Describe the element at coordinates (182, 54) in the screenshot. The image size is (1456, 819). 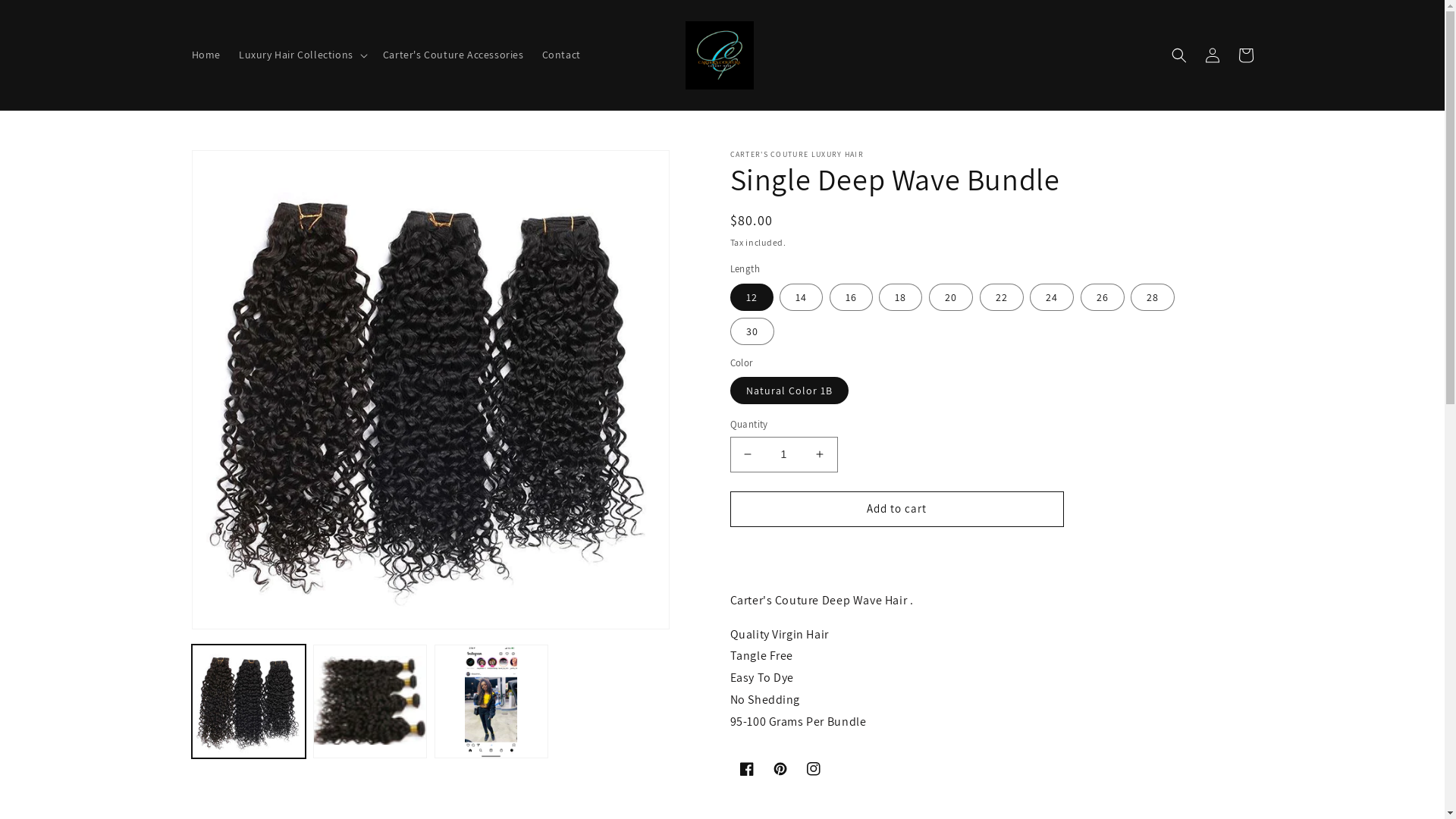
I see `'Home'` at that location.